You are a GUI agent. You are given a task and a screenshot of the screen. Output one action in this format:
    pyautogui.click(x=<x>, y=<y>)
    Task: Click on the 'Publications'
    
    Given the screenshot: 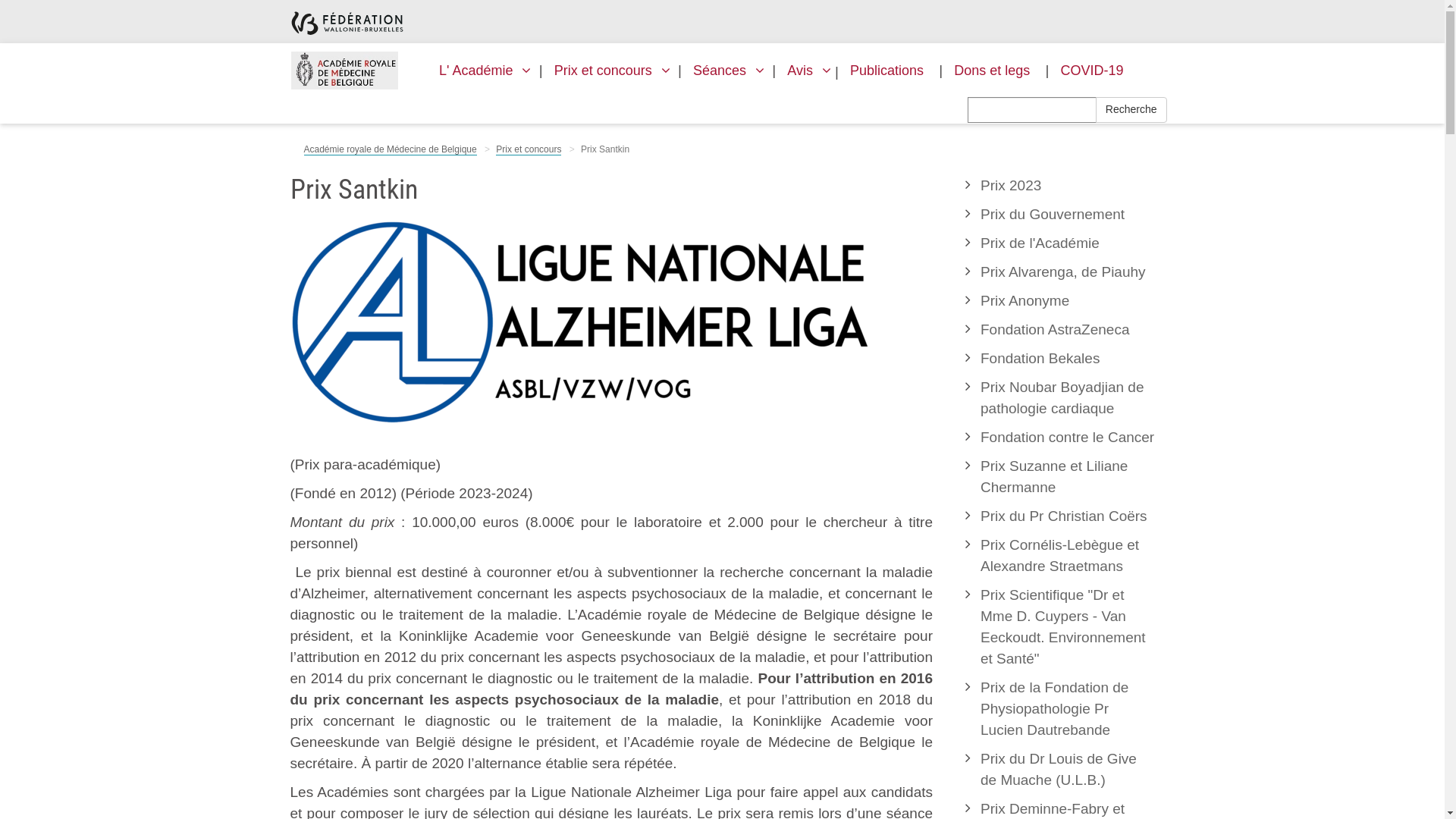 What is the action you would take?
    pyautogui.click(x=886, y=70)
    